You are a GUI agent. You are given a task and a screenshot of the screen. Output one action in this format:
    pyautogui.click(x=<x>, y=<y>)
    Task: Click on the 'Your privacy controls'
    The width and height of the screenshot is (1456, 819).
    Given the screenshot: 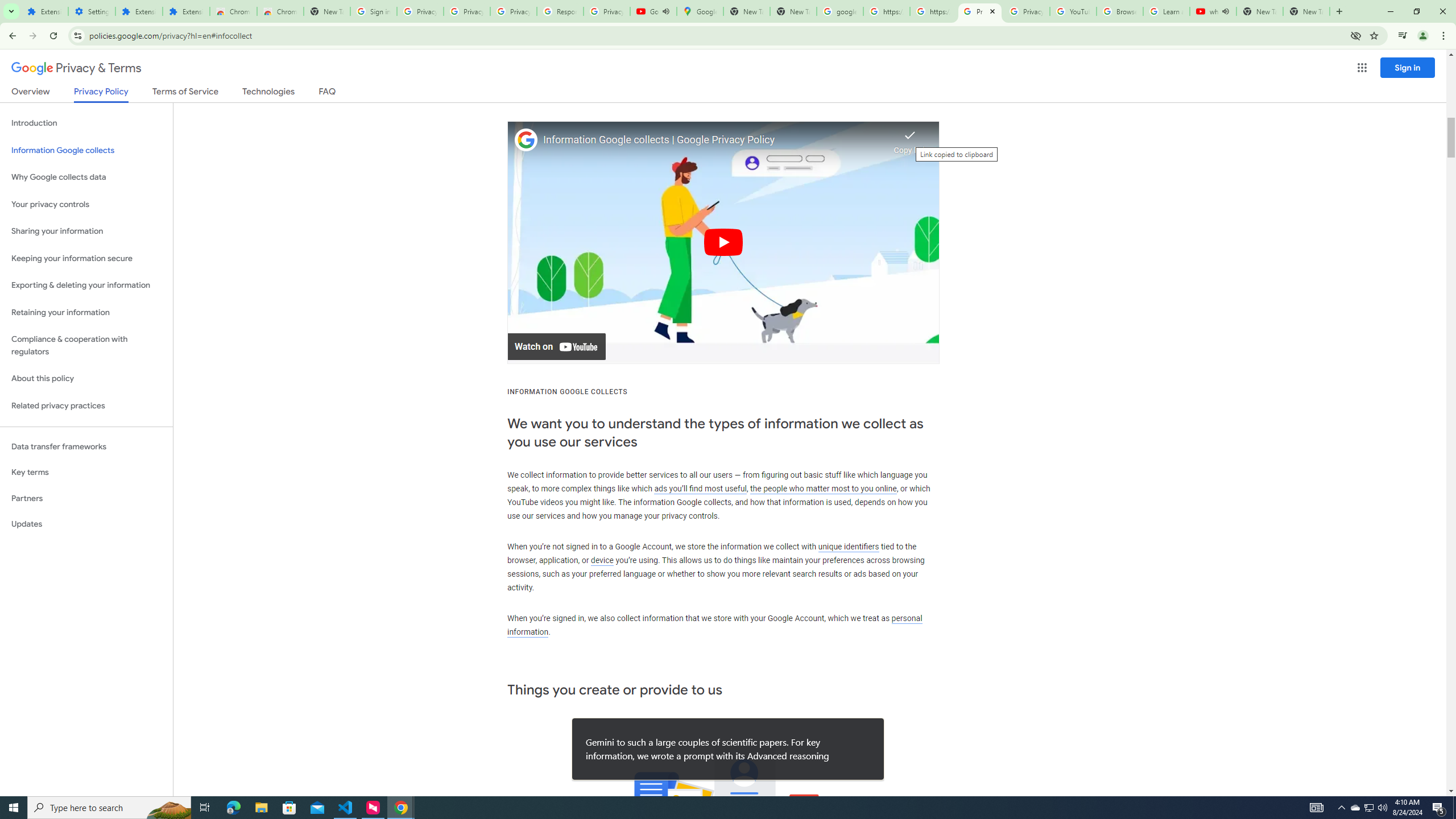 What is the action you would take?
    pyautogui.click(x=86, y=205)
    